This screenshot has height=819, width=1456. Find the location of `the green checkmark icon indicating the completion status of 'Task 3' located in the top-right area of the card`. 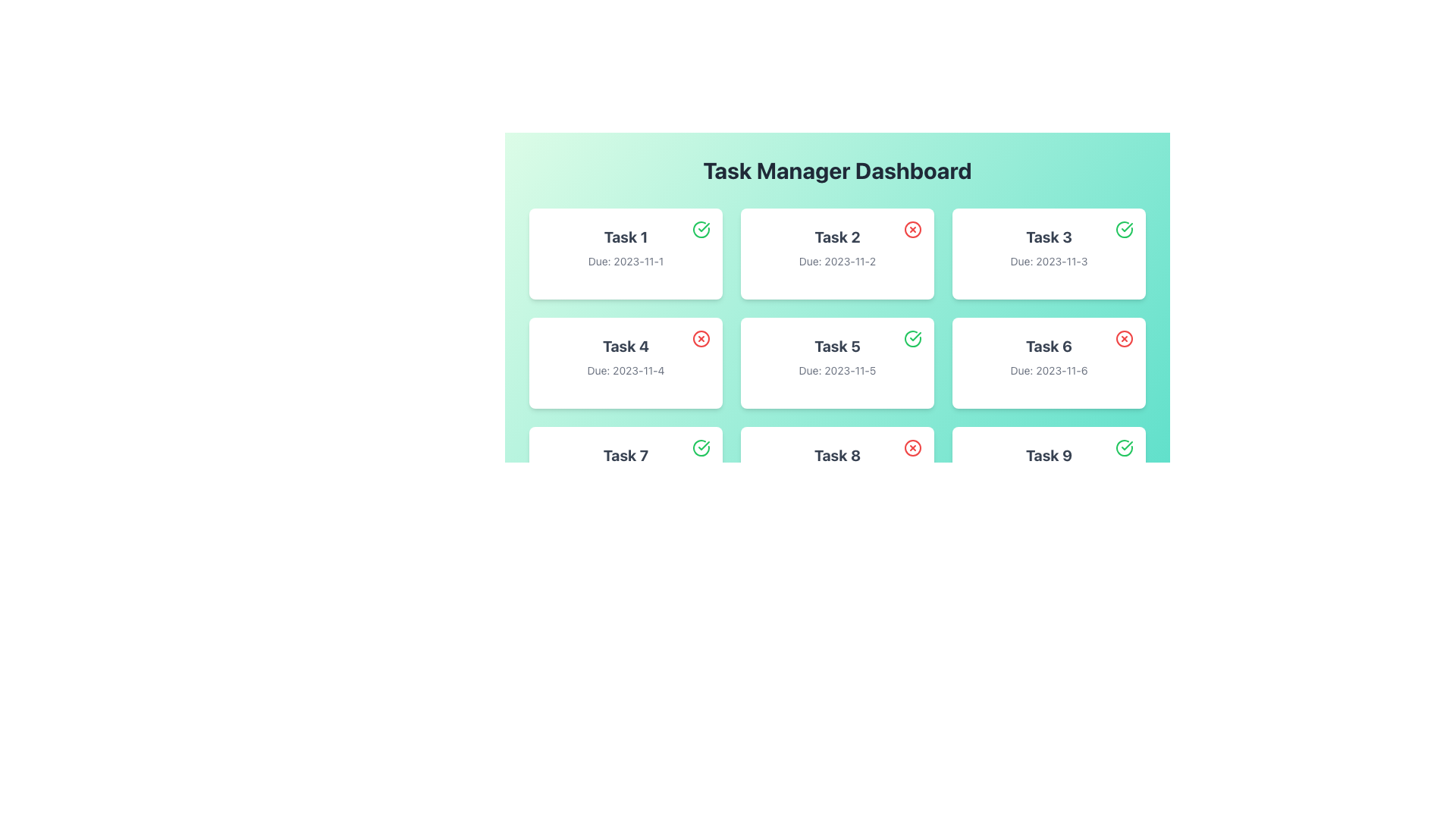

the green checkmark icon indicating the completion status of 'Task 3' located in the top-right area of the card is located at coordinates (1127, 444).